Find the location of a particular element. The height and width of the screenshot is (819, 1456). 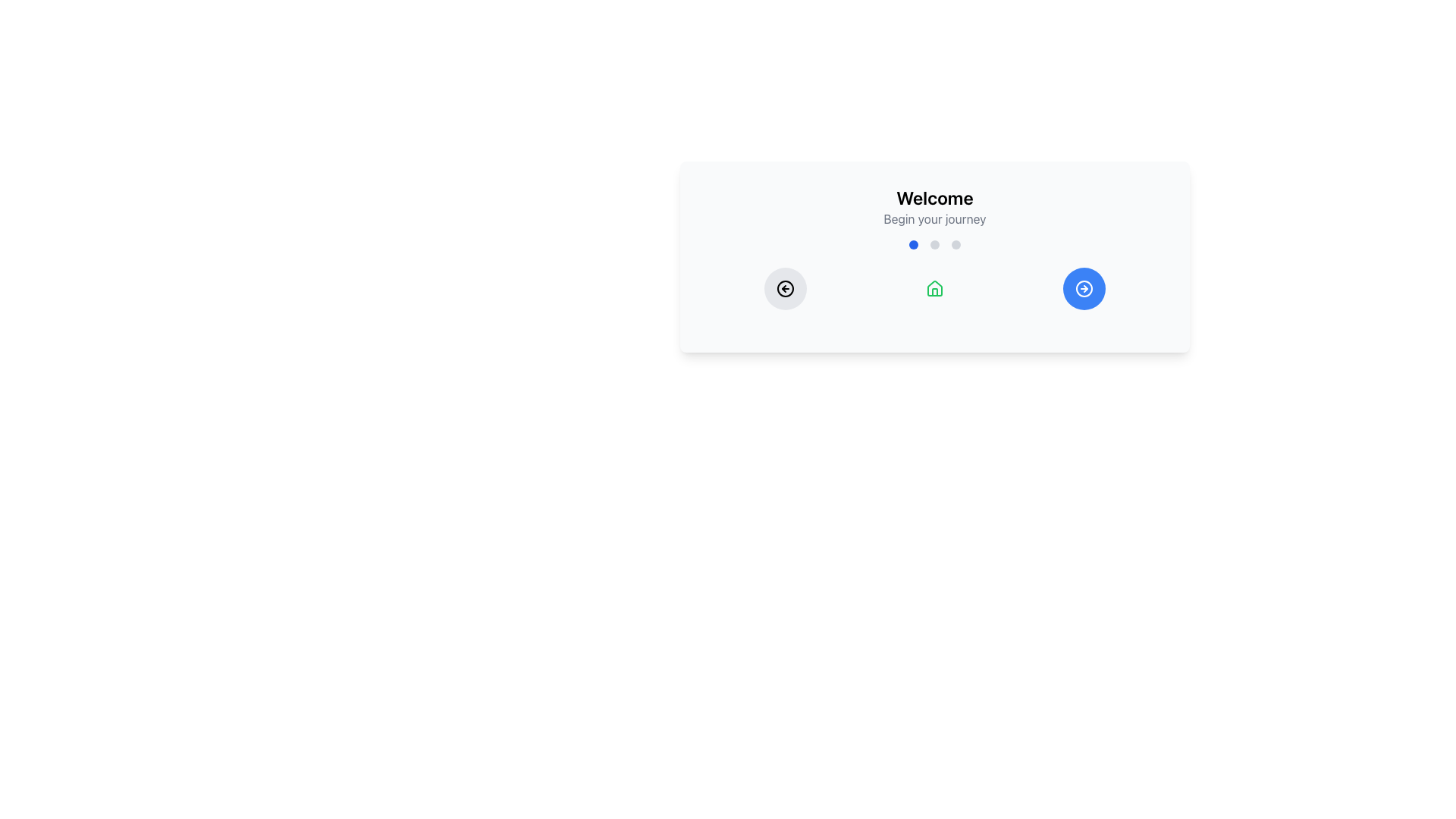

the door element of the house icon located at the center of the interactive card, which serves as a functional part of the house icon is located at coordinates (934, 292).